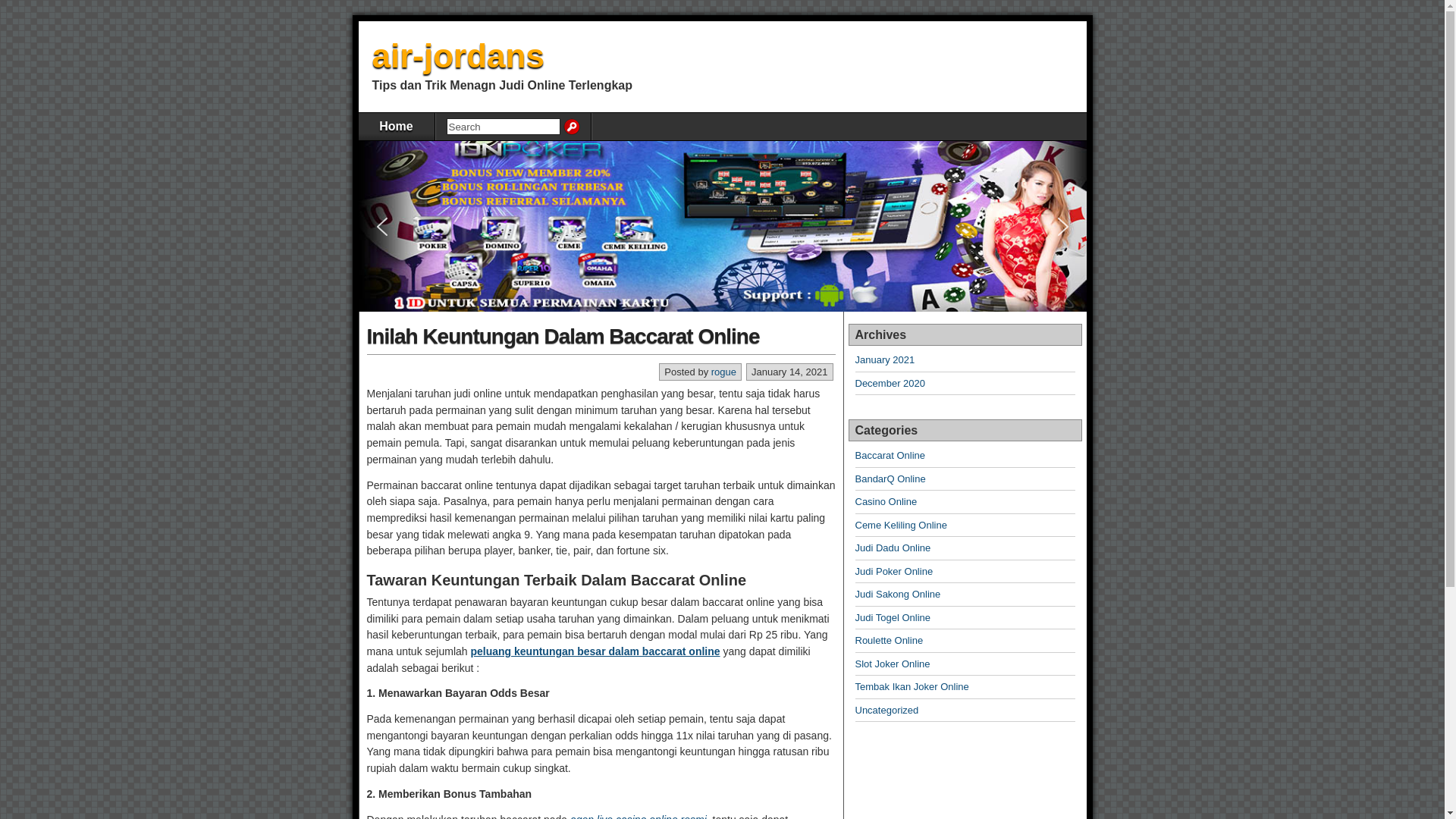 The image size is (1456, 819). Describe the element at coordinates (396, 125) in the screenshot. I see `'Home'` at that location.